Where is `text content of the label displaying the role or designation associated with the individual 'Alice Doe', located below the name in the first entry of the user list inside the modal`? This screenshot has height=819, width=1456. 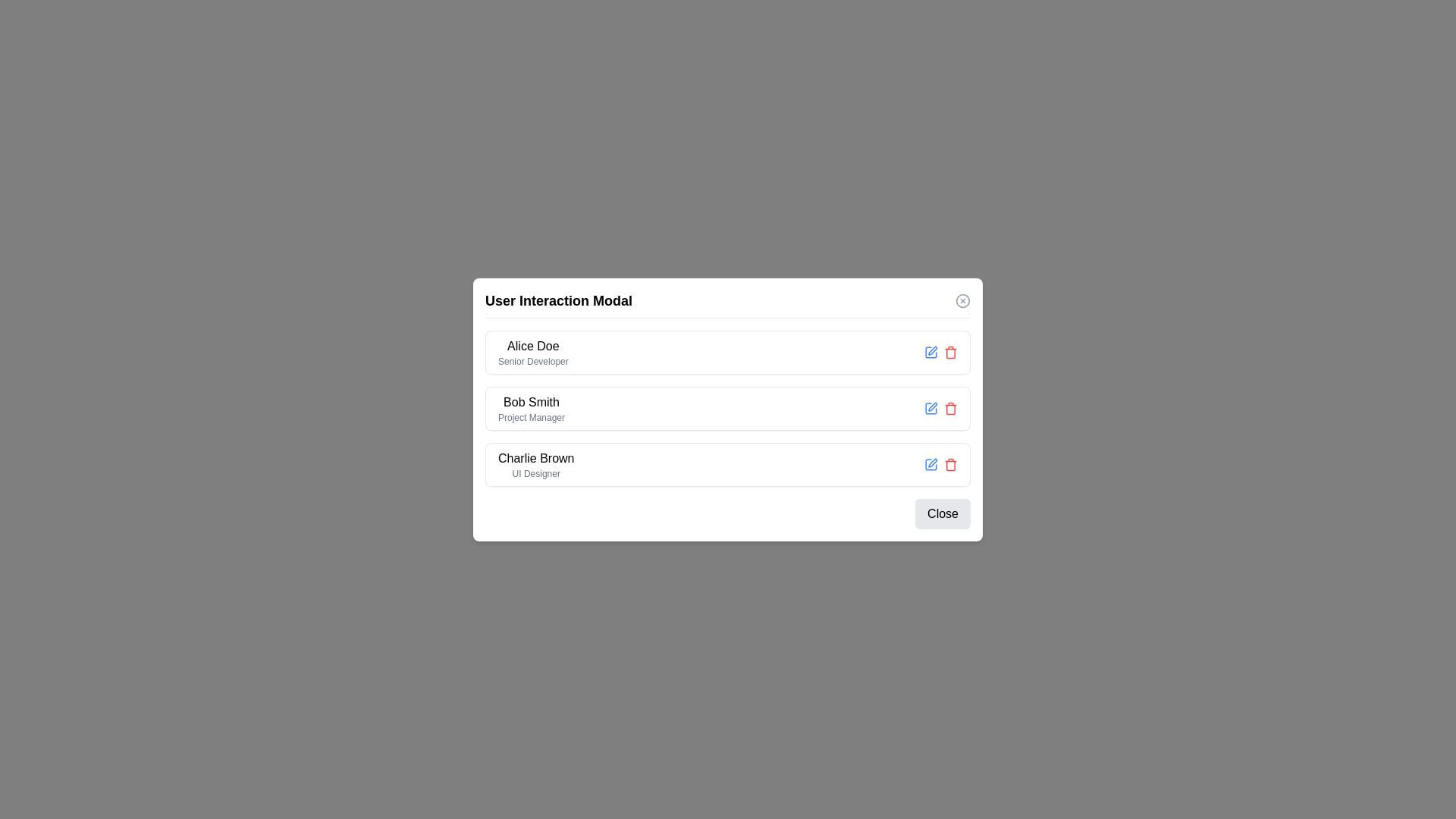
text content of the label displaying the role or designation associated with the individual 'Alice Doe', located below the name in the first entry of the user list inside the modal is located at coordinates (533, 361).